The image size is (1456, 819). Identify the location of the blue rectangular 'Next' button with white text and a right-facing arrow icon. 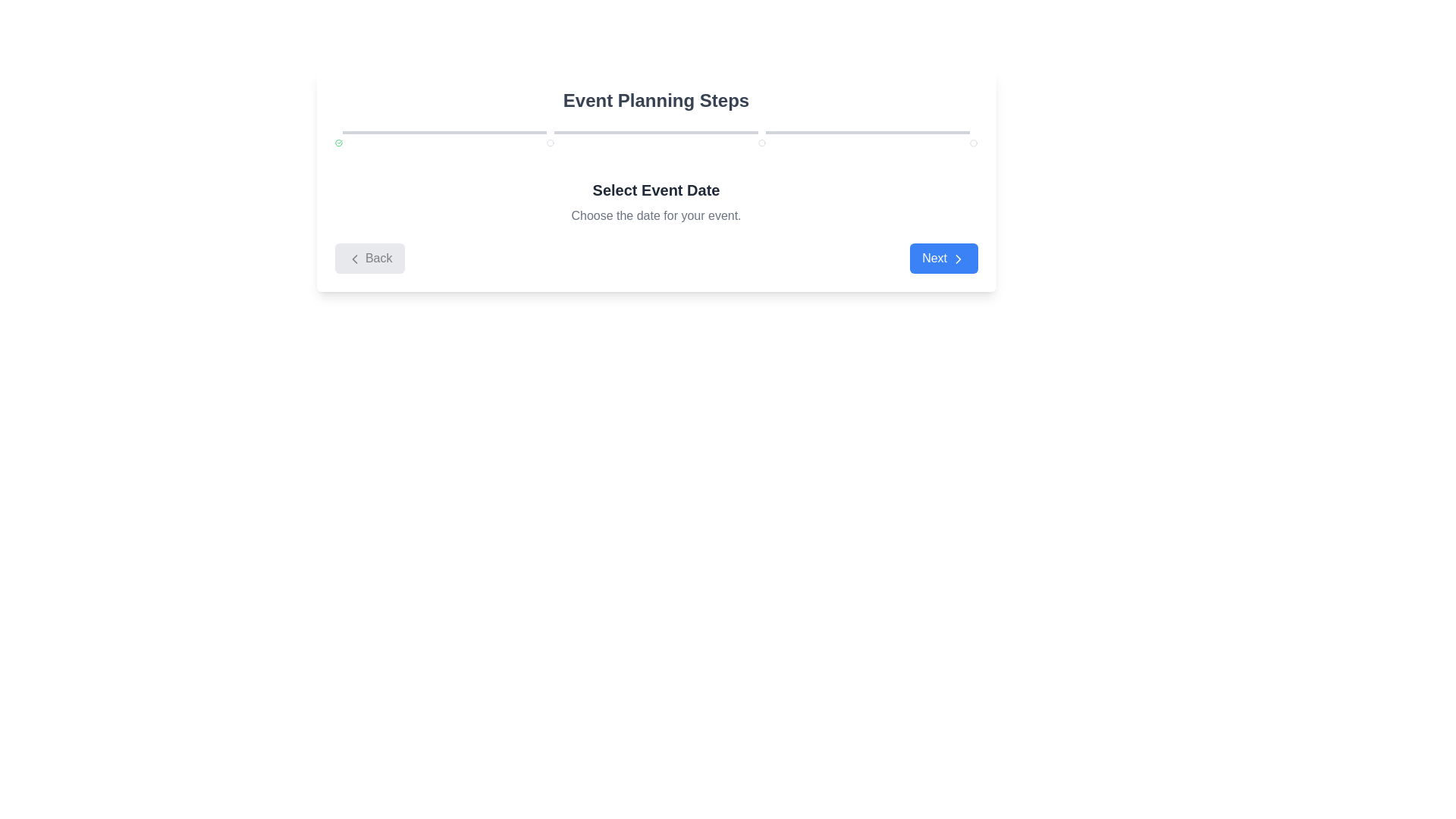
(943, 257).